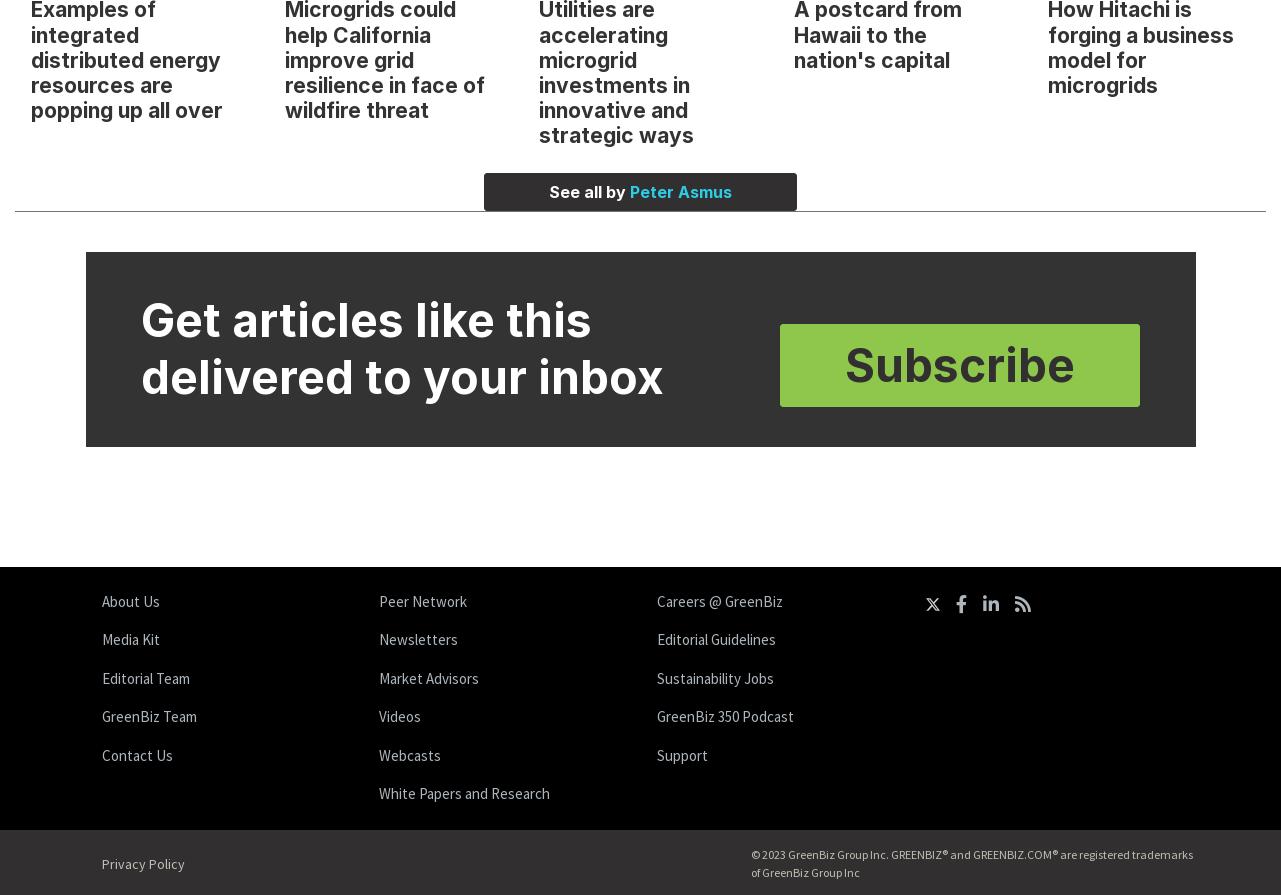 This screenshot has width=1281, height=895. Describe the element at coordinates (400, 715) in the screenshot. I see `'Videos'` at that location.